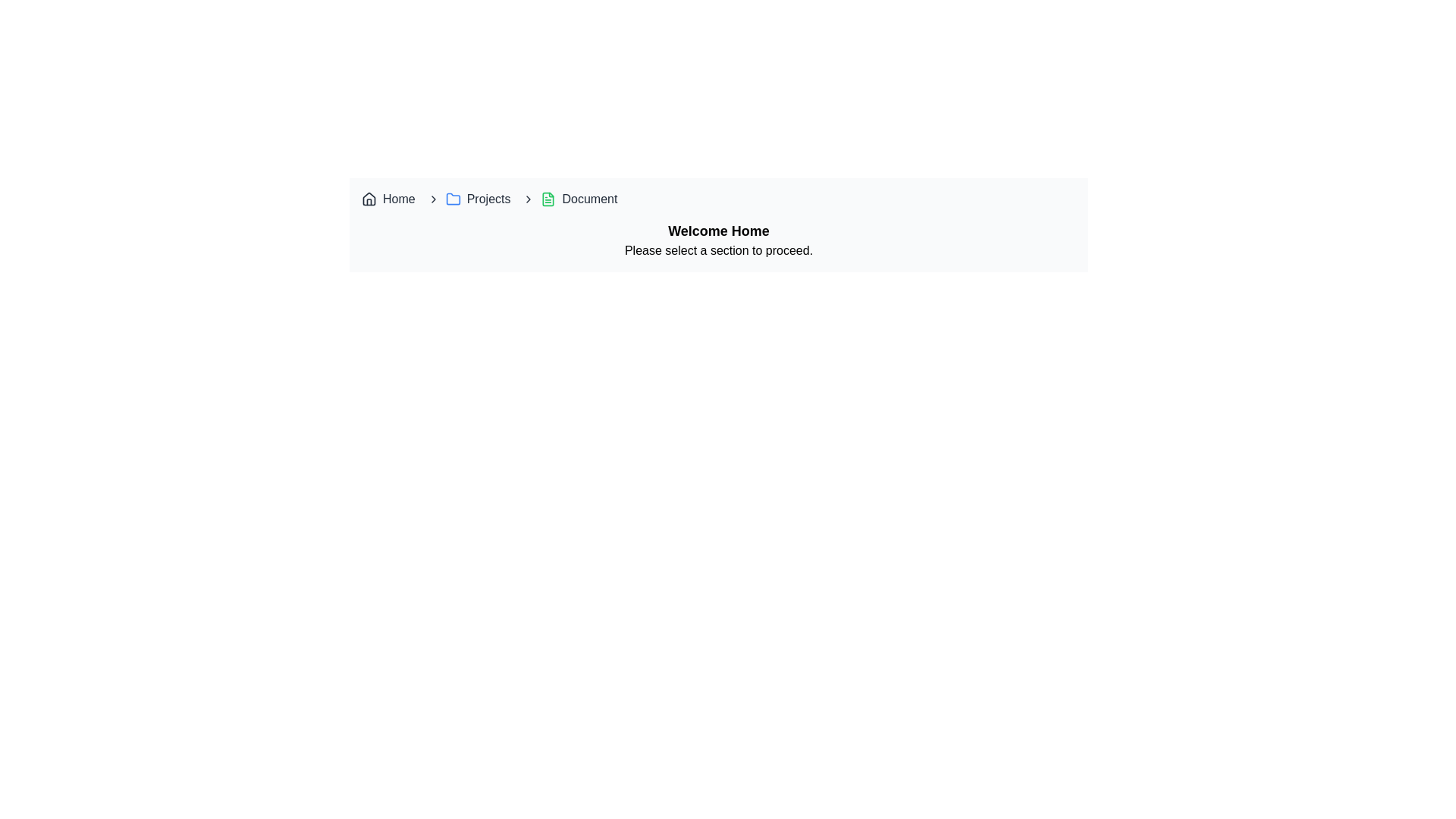 This screenshot has height=819, width=1456. What do you see at coordinates (588, 198) in the screenshot?
I see `the static text label displaying 'Document' in the breadcrumb navigation component, which indicates the current item in the navigation sequence` at bounding box center [588, 198].